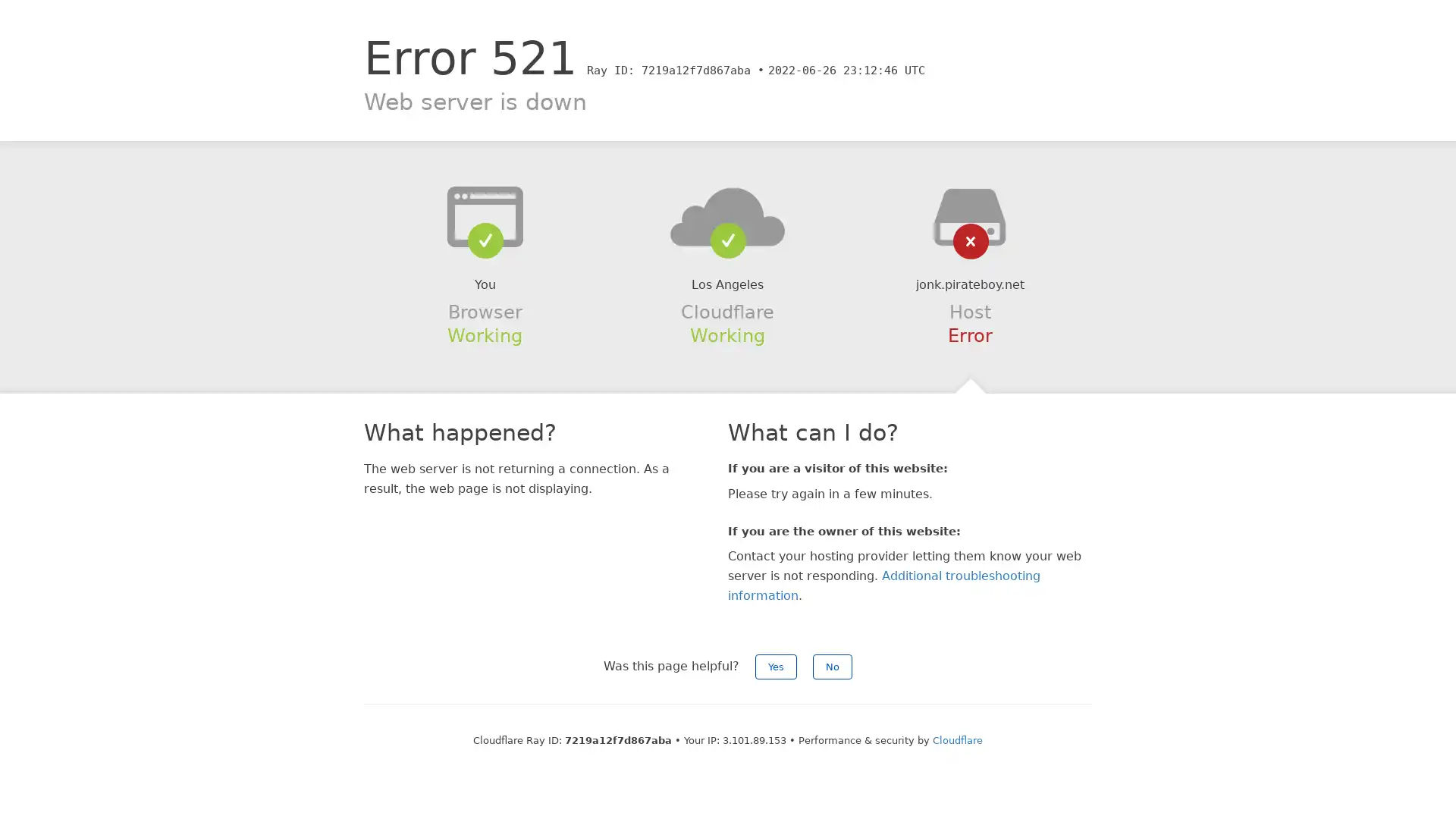 Image resolution: width=1456 pixels, height=819 pixels. Describe the element at coordinates (776, 666) in the screenshot. I see `Yes` at that location.